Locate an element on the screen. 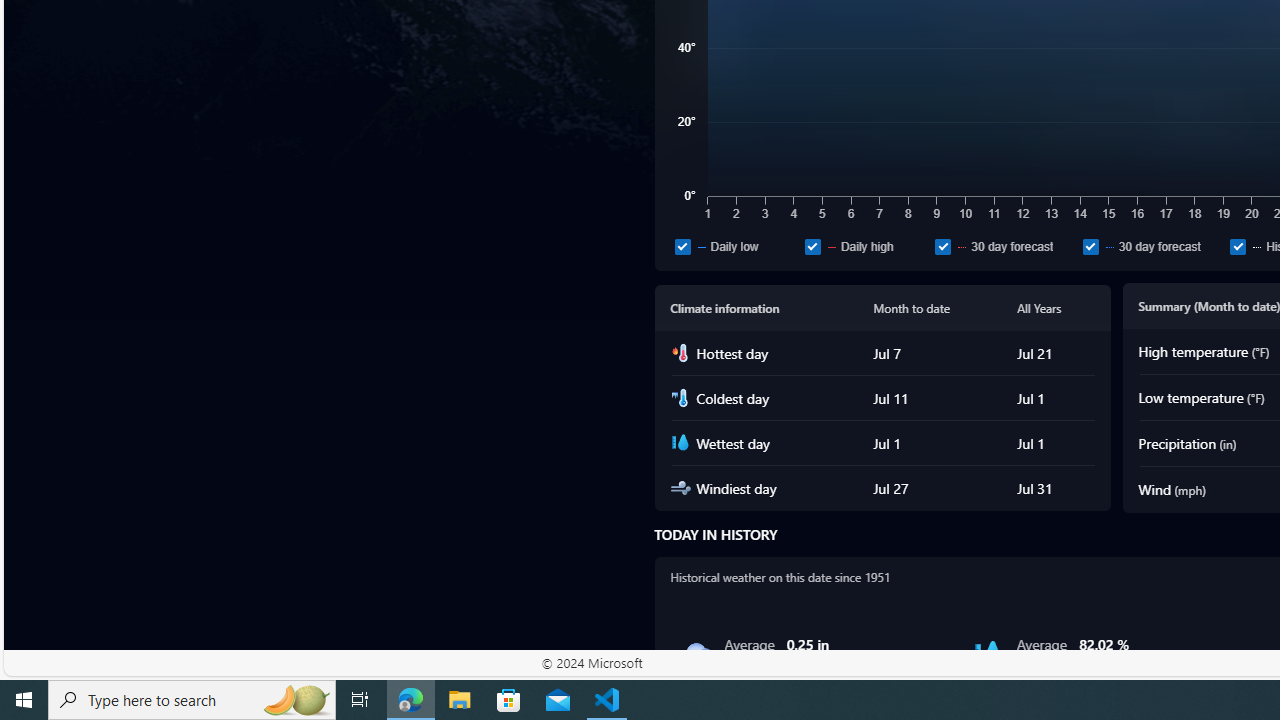 This screenshot has height=720, width=1280. '30 day forecast' is located at coordinates (1089, 245).